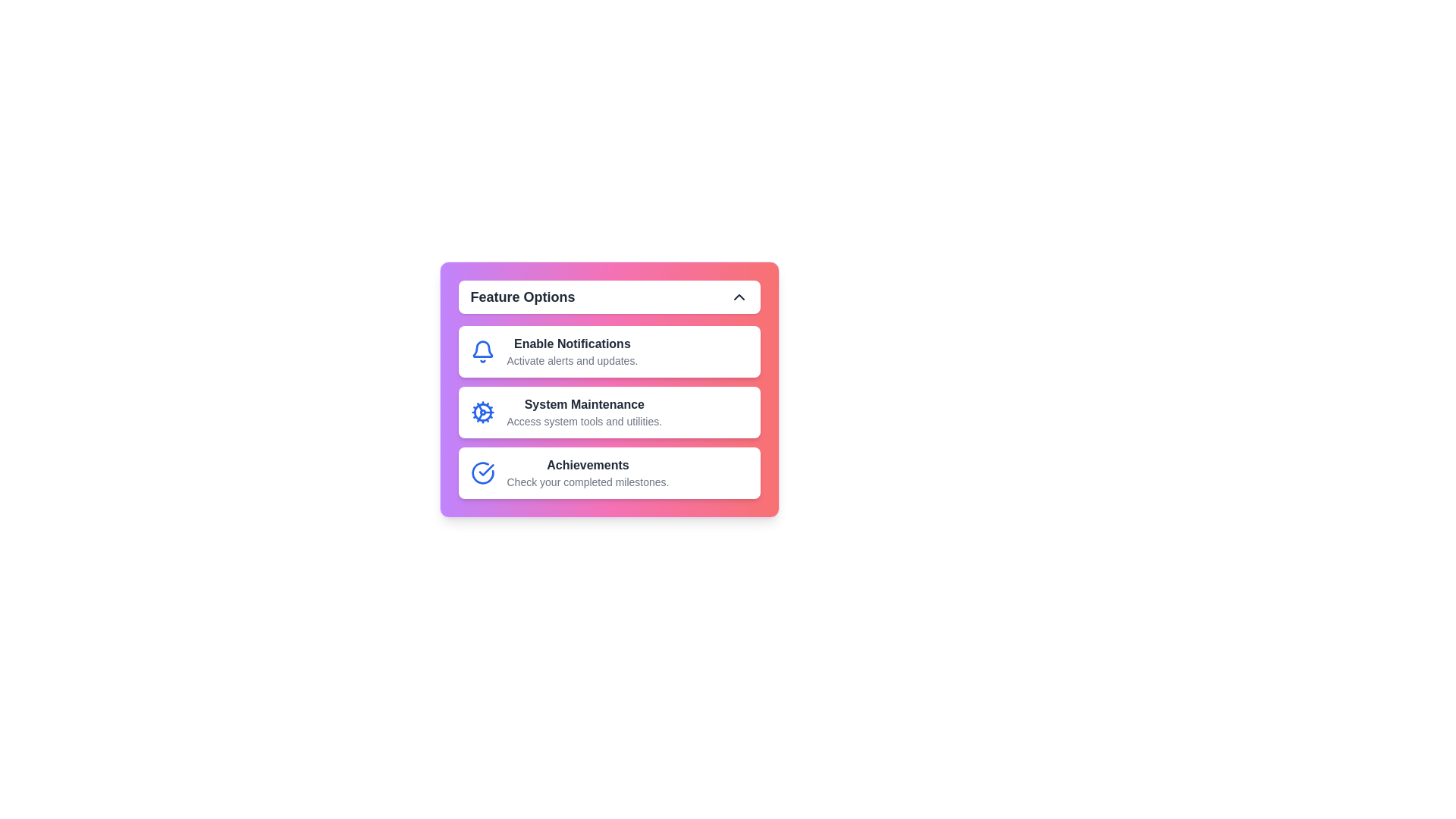 The image size is (1456, 819). What do you see at coordinates (609, 412) in the screenshot?
I see `the feature item System Maintenance` at bounding box center [609, 412].